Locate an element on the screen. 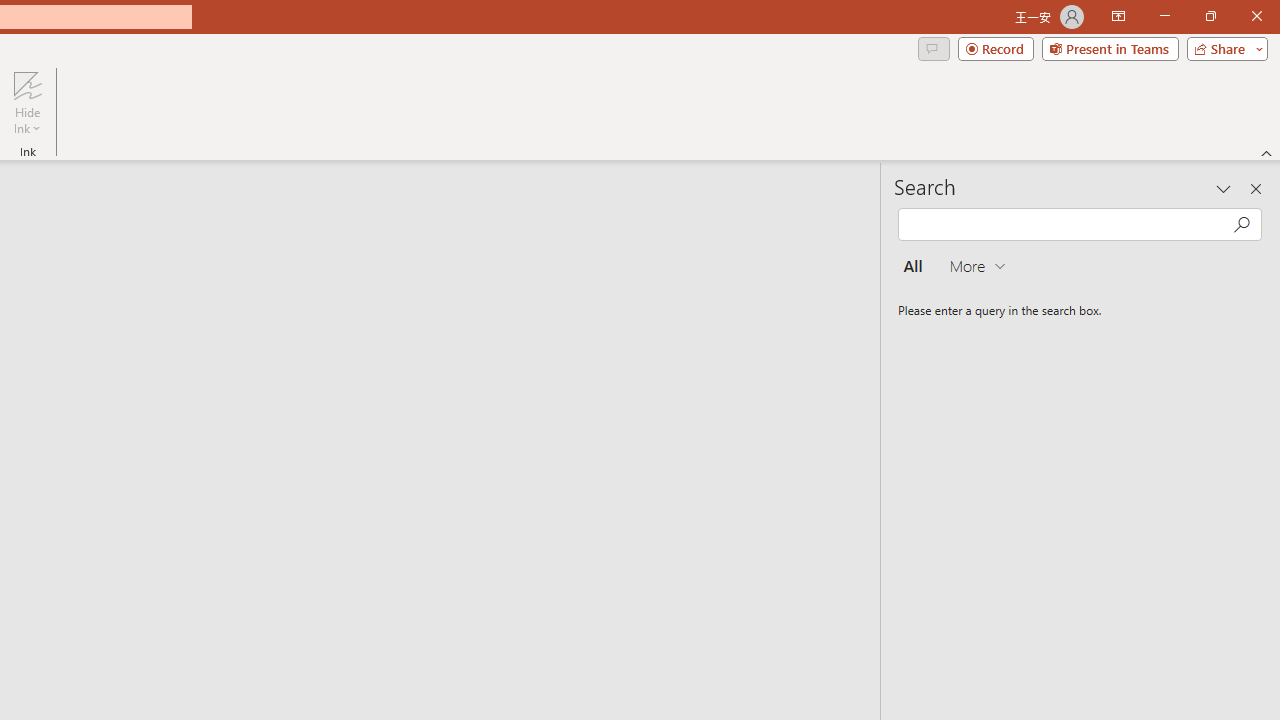 The height and width of the screenshot is (720, 1280). 'Hide Ink' is located at coordinates (27, 103).